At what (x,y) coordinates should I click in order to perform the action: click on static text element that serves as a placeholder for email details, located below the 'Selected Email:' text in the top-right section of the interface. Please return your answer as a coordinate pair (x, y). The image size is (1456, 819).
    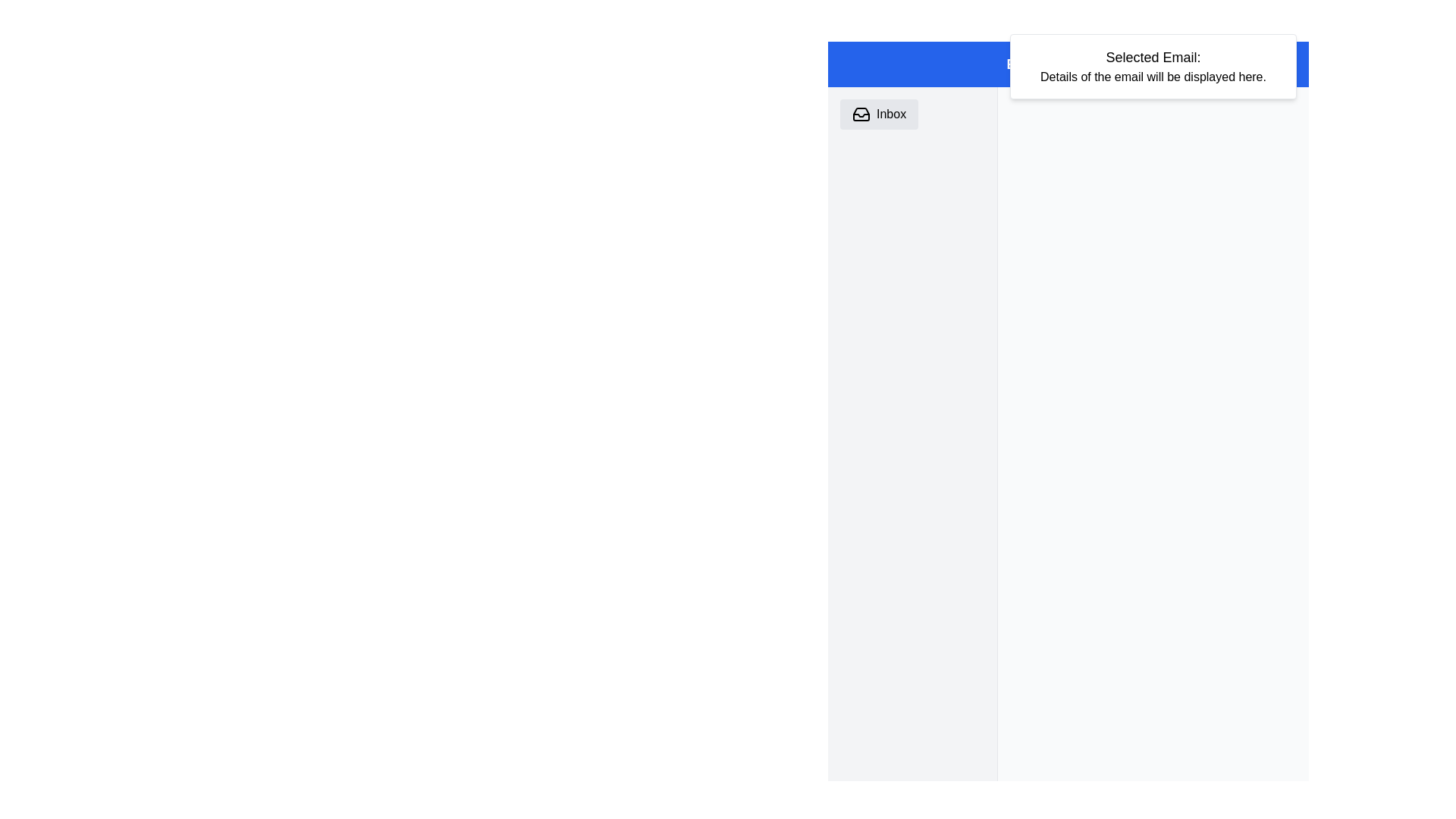
    Looking at the image, I should click on (1153, 77).